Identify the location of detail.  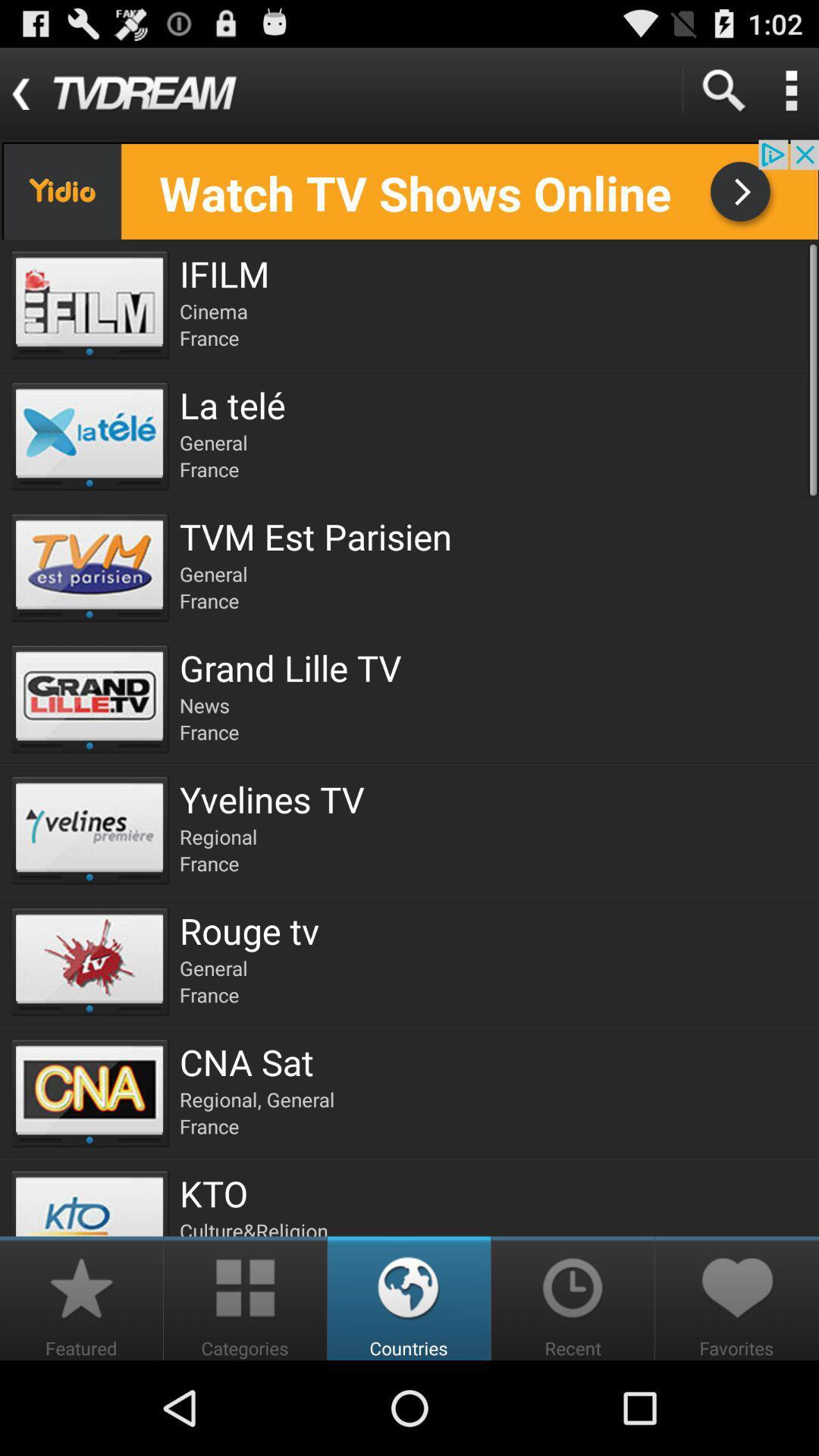
(790, 89).